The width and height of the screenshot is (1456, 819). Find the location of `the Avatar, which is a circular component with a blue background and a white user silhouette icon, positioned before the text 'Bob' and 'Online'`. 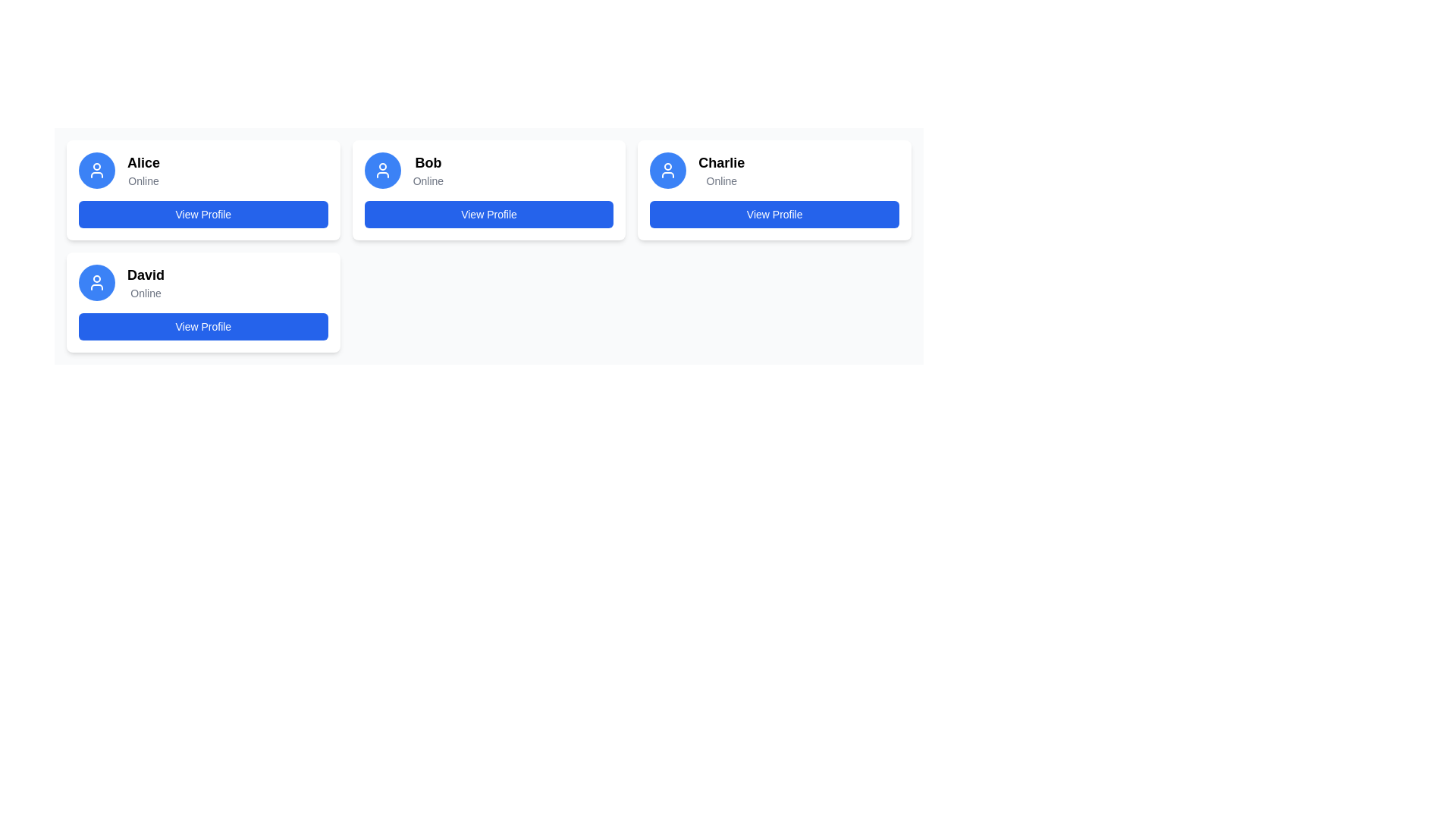

the Avatar, which is a circular component with a blue background and a white user silhouette icon, positioned before the text 'Bob' and 'Online' is located at coordinates (382, 170).